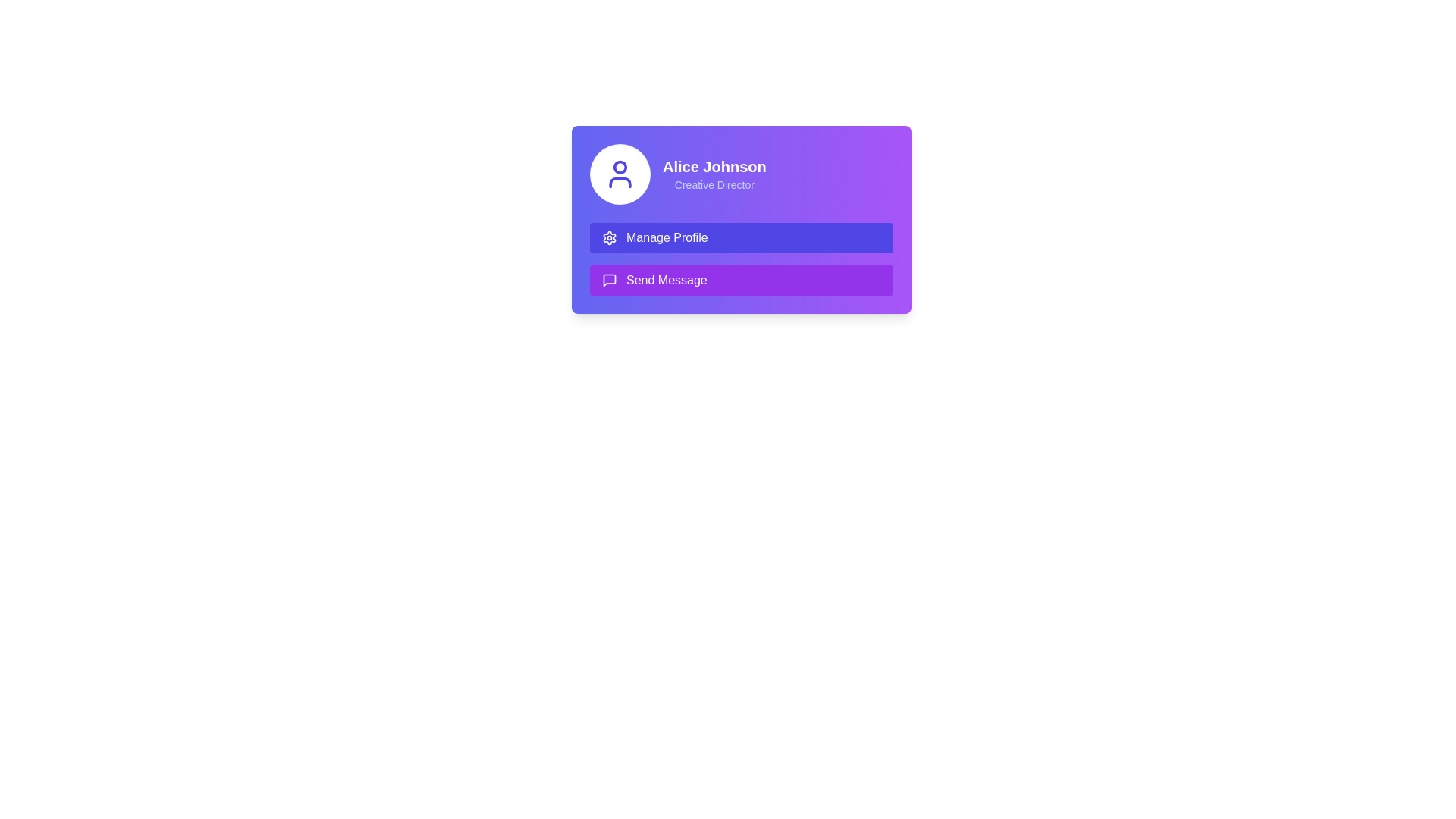  Describe the element at coordinates (610, 281) in the screenshot. I see `the purple speech bubble icon located within the 'Send Message' button, which is below the 'Manage Profile' button` at that location.